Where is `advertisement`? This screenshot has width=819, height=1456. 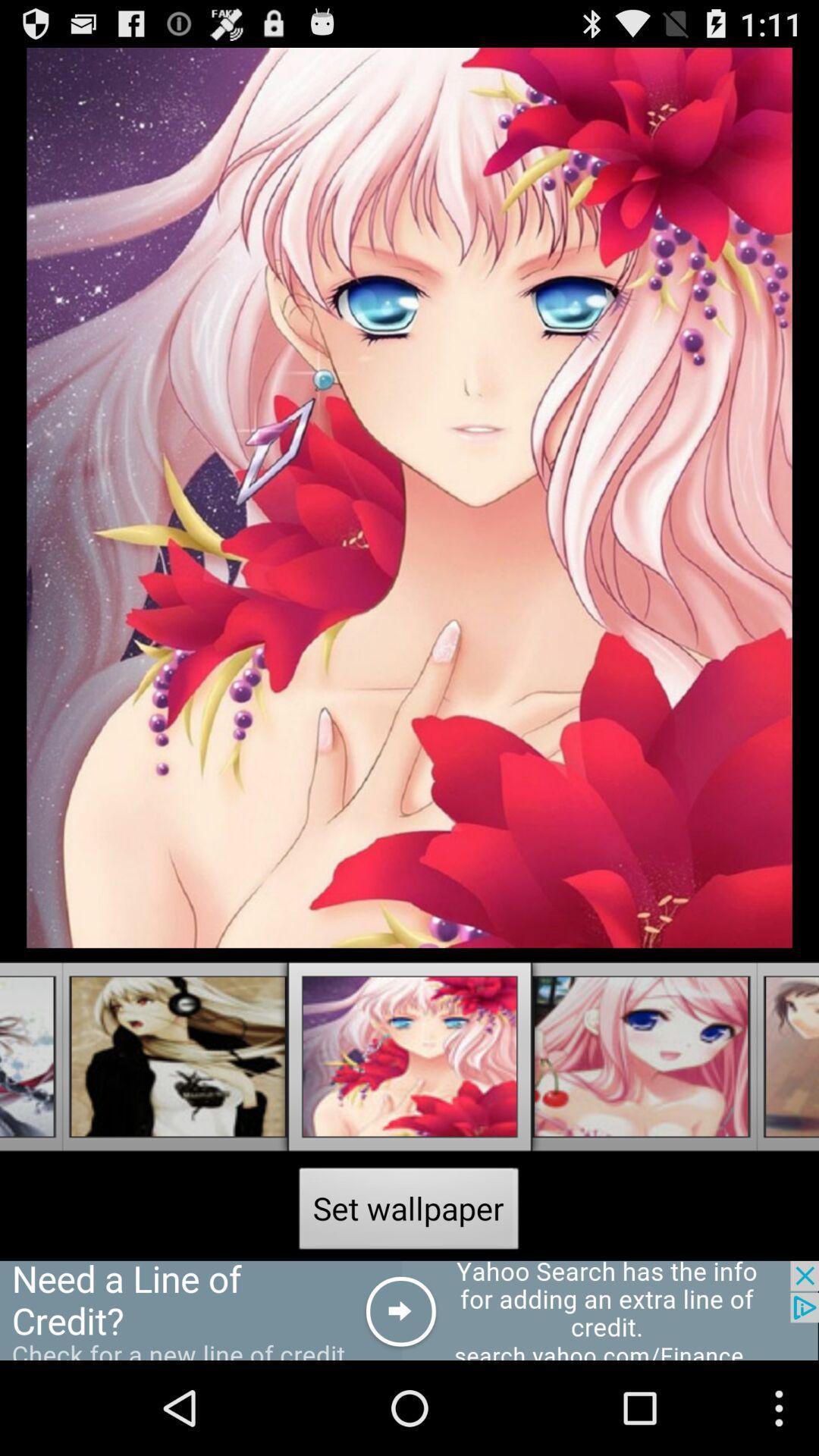
advertisement is located at coordinates (409, 1310).